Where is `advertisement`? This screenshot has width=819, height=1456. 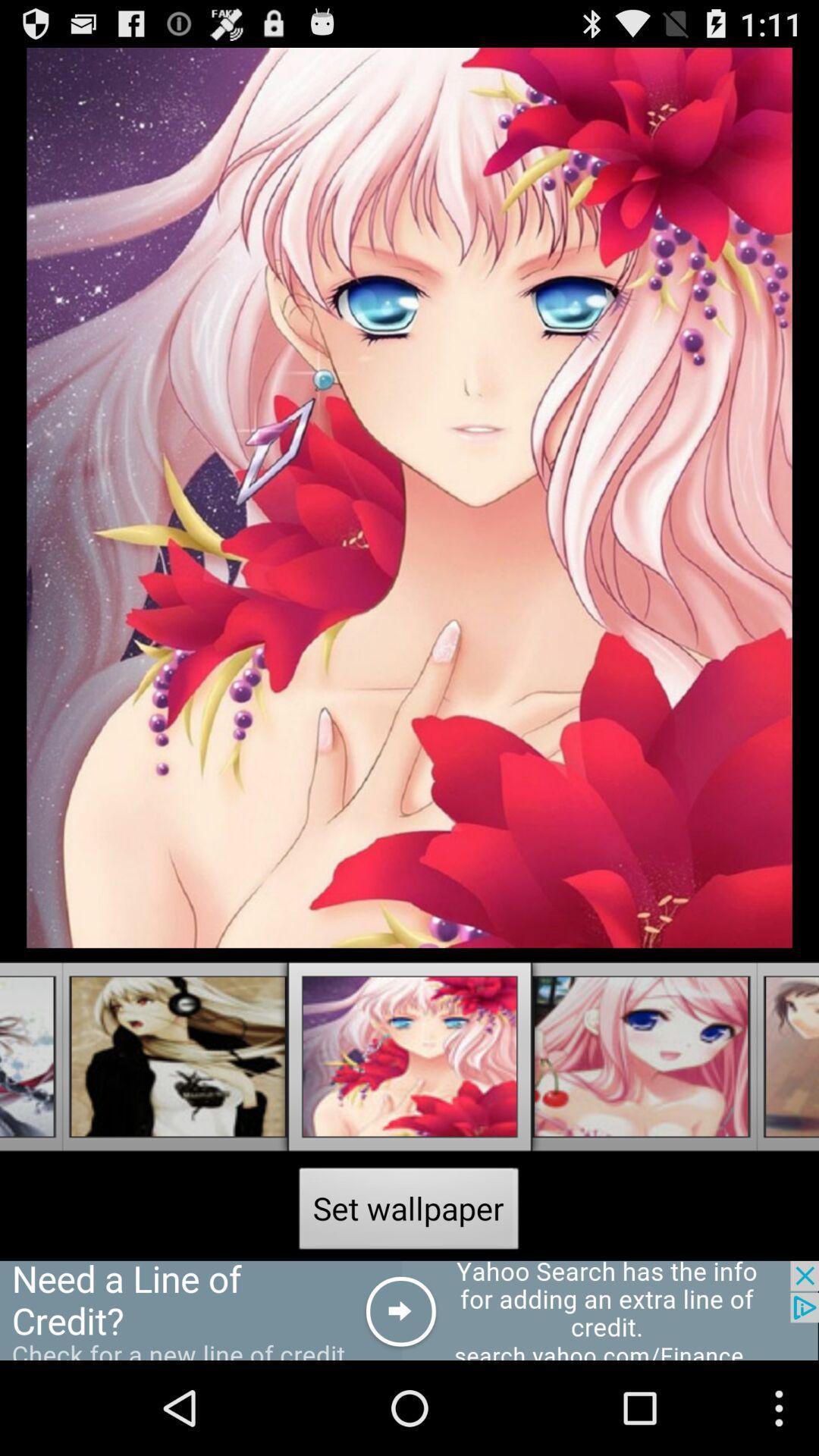
advertisement is located at coordinates (409, 1310).